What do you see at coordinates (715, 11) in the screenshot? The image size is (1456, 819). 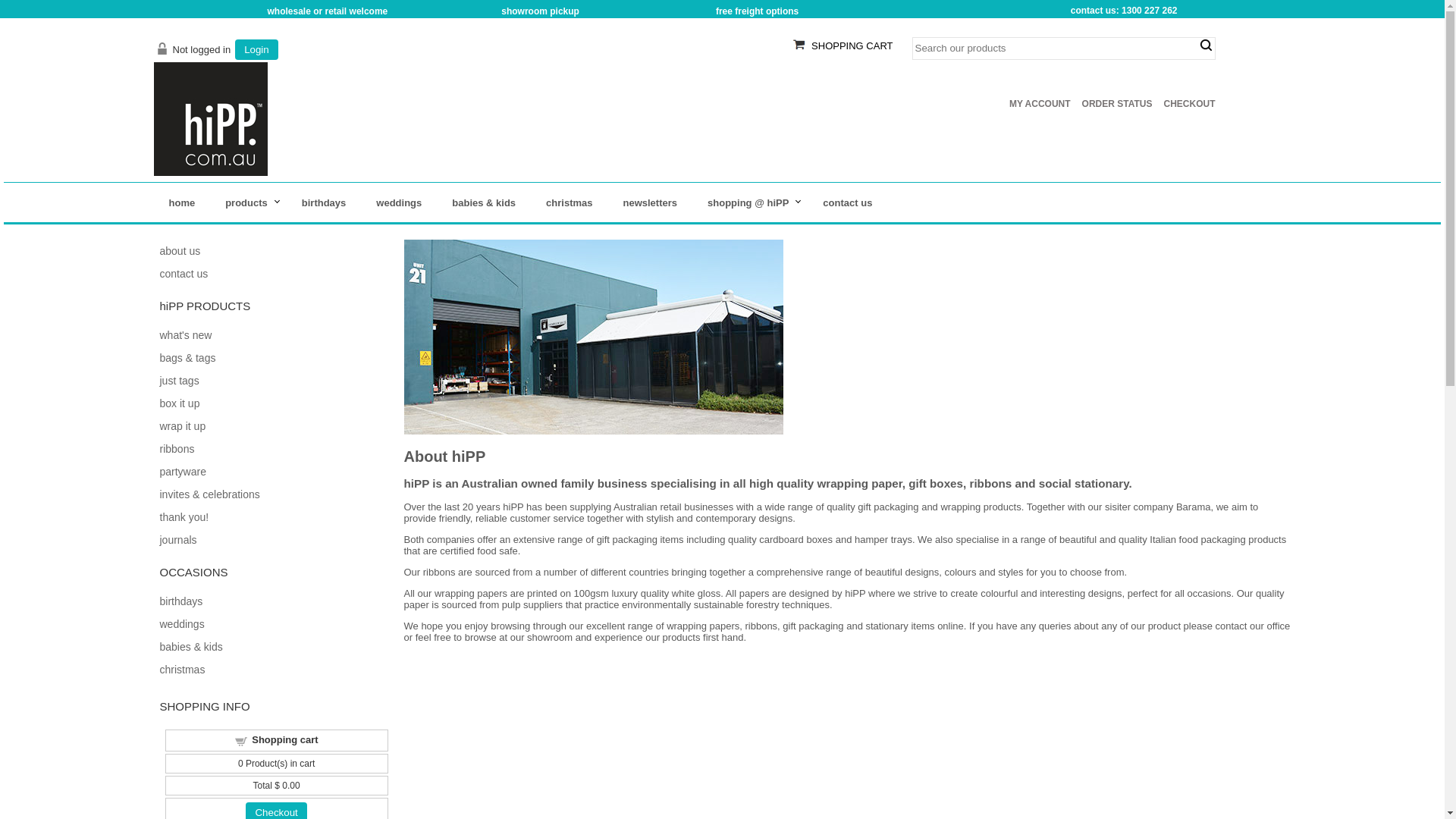 I see `'free freight options'` at bounding box center [715, 11].